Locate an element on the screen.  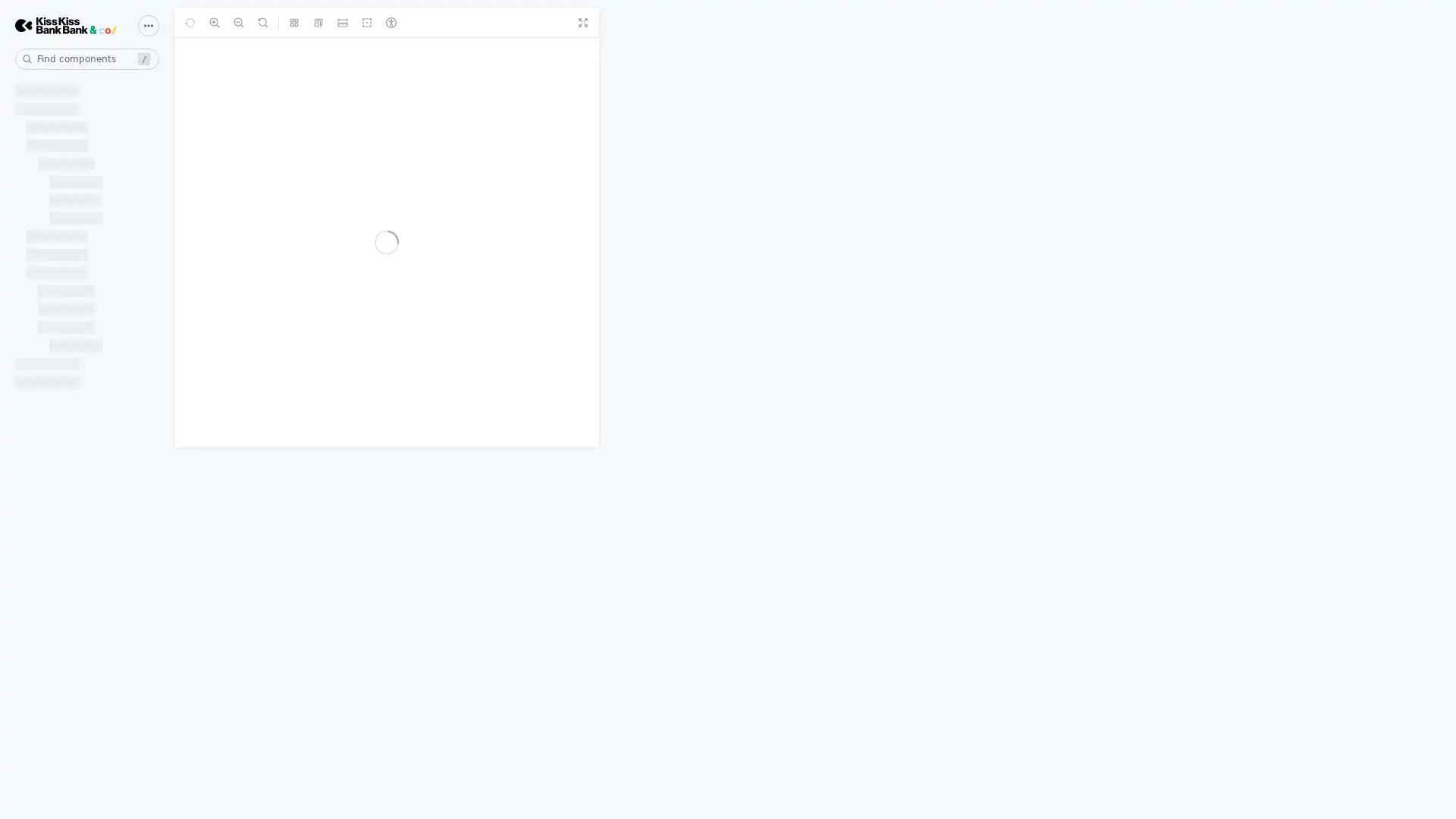
Apply a grid to the preview is located at coordinates (435, 23).